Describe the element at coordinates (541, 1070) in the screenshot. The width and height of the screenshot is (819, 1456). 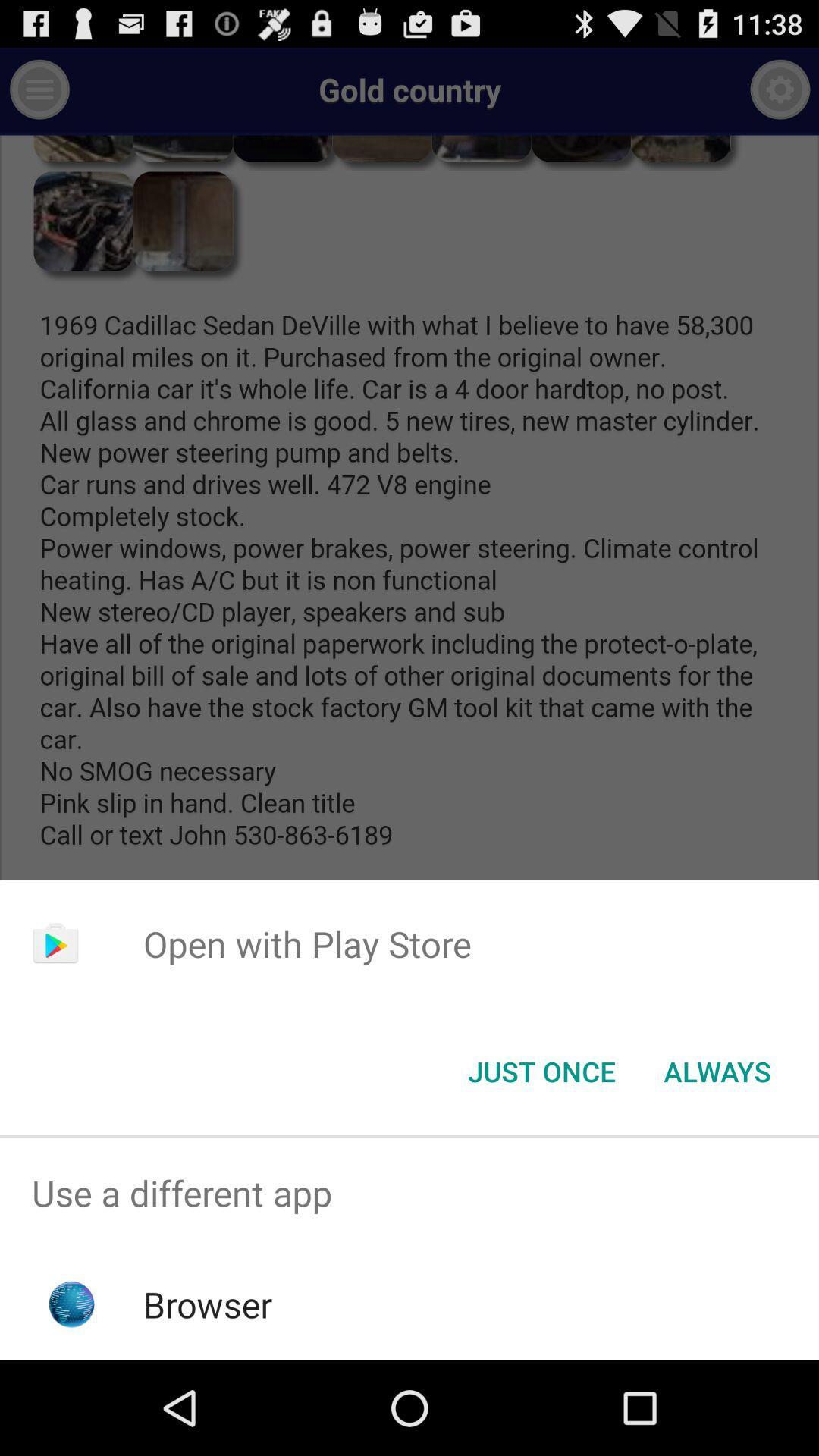
I see `the icon next to the always item` at that location.